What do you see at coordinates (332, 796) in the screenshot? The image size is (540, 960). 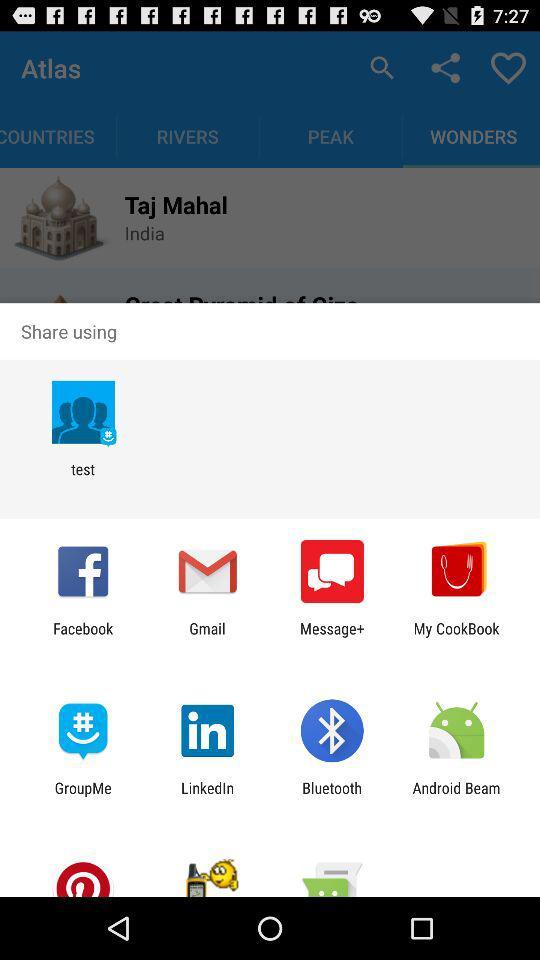 I see `the app to the left of android beam` at bounding box center [332, 796].